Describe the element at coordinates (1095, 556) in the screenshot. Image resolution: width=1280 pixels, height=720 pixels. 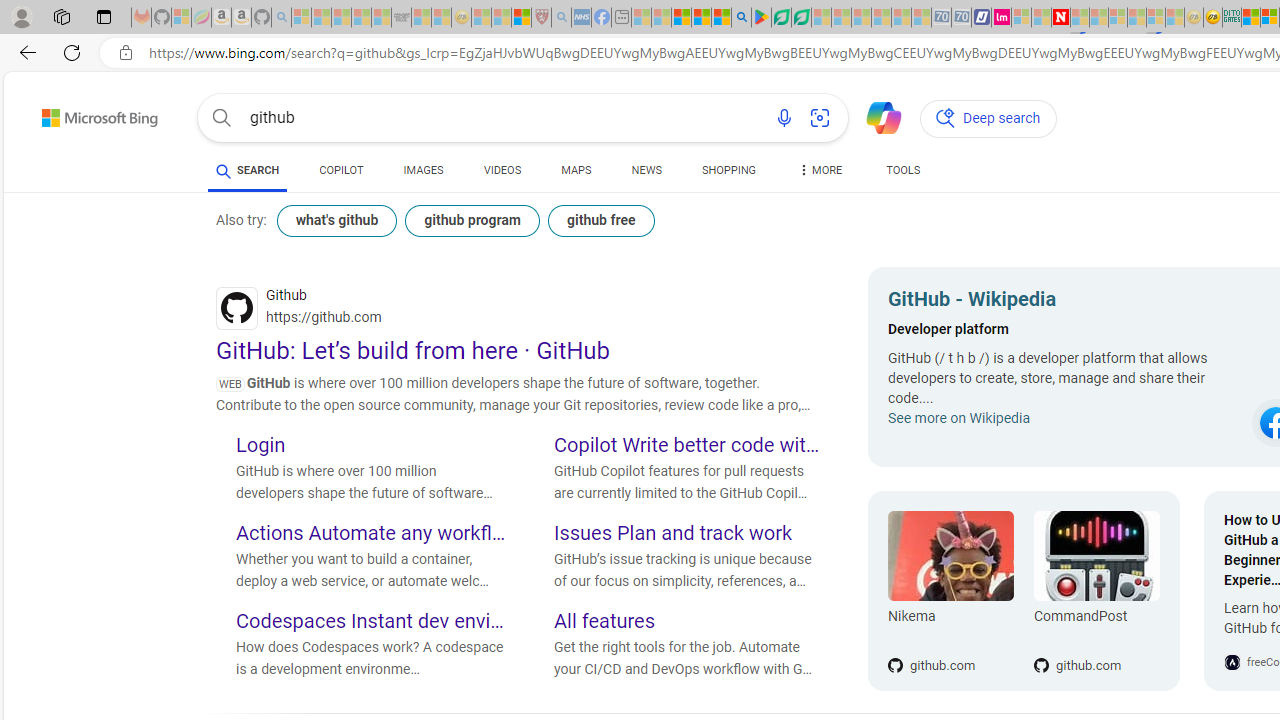
I see `'CommandPost'` at that location.